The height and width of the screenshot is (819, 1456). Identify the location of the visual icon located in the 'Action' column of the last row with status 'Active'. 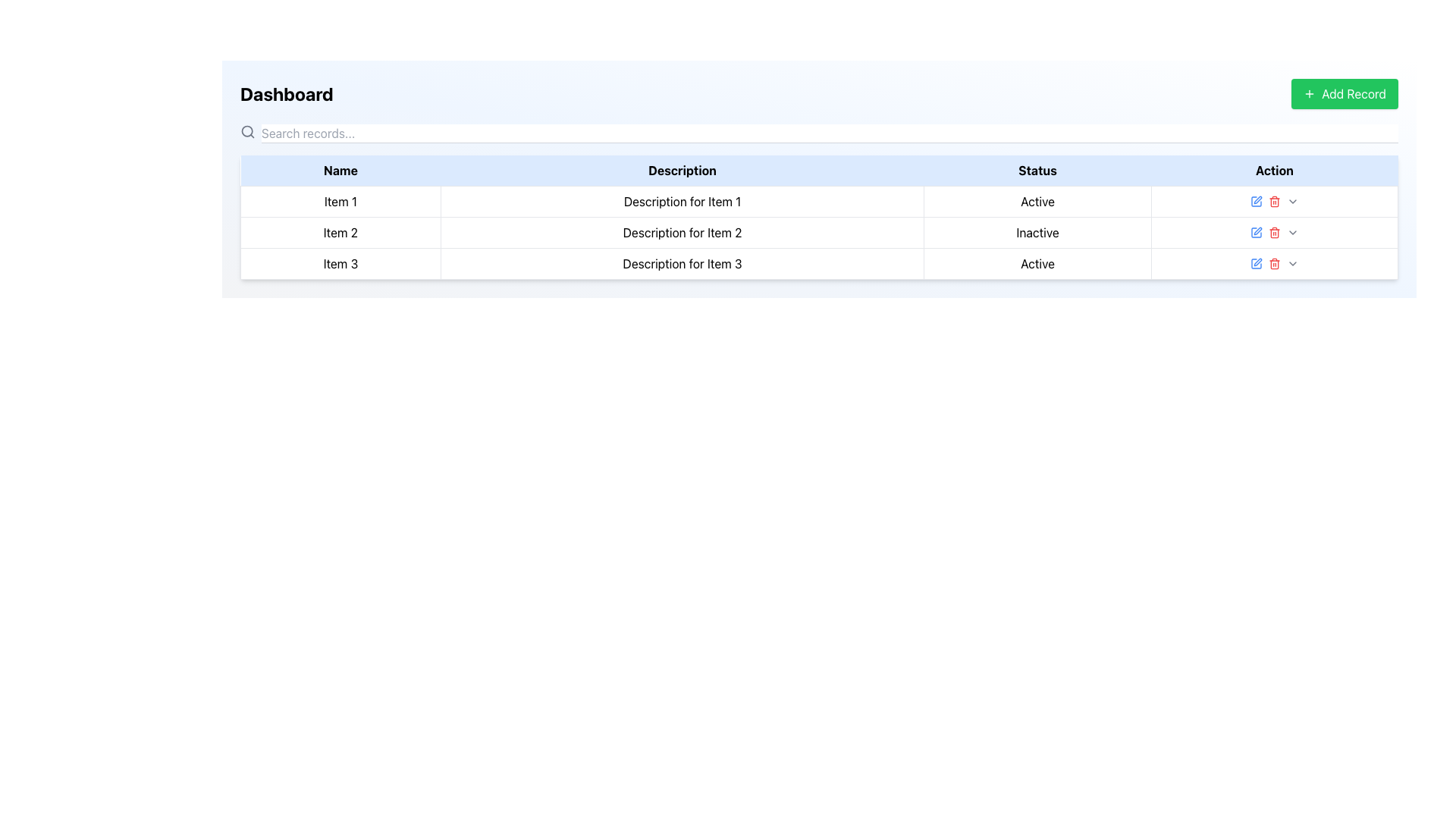
(1256, 201).